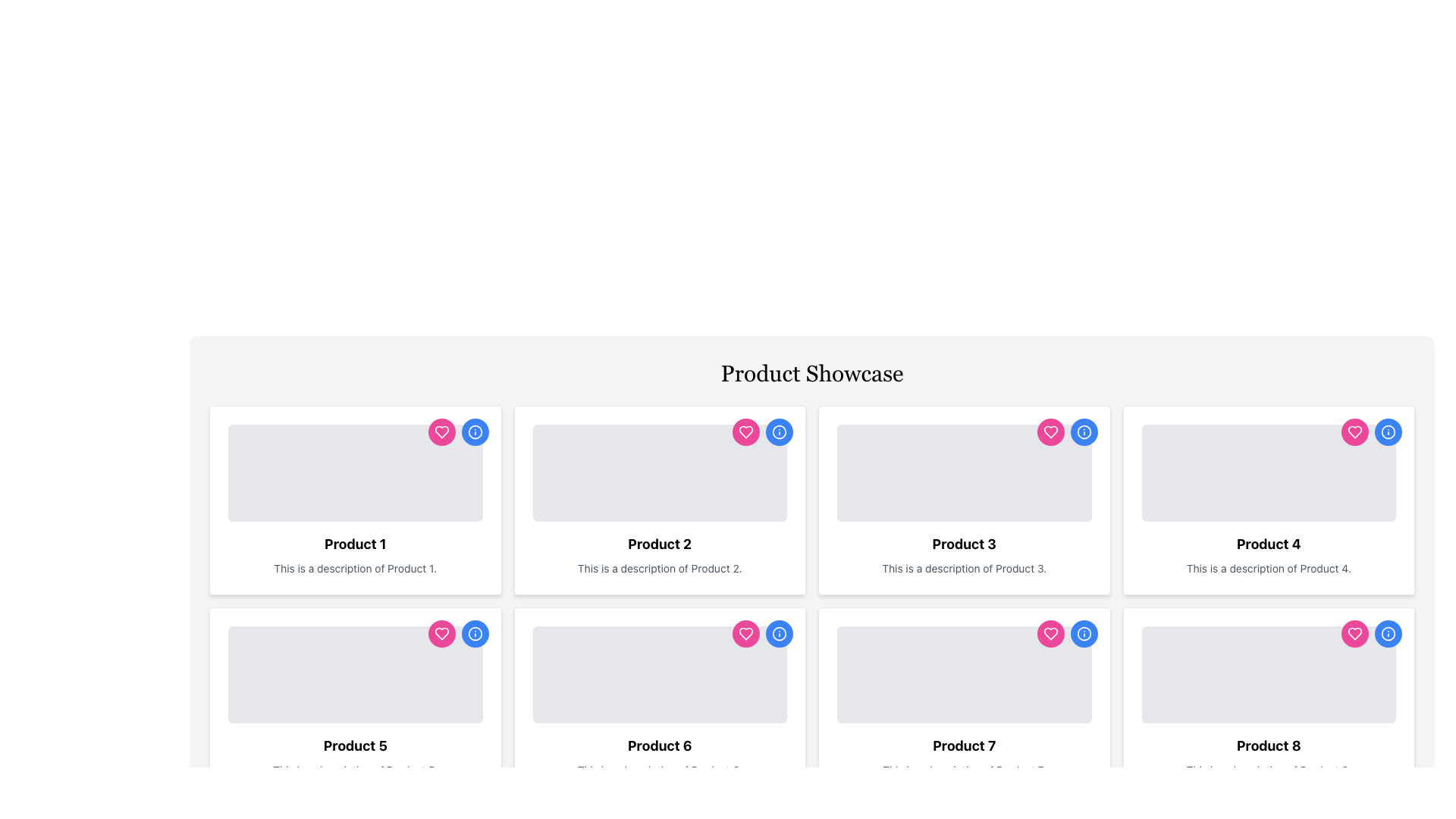  What do you see at coordinates (441, 432) in the screenshot?
I see `the heart-shaped icon outlined with a pink stroke located in the top-right corner of the 'Product 2' card` at bounding box center [441, 432].